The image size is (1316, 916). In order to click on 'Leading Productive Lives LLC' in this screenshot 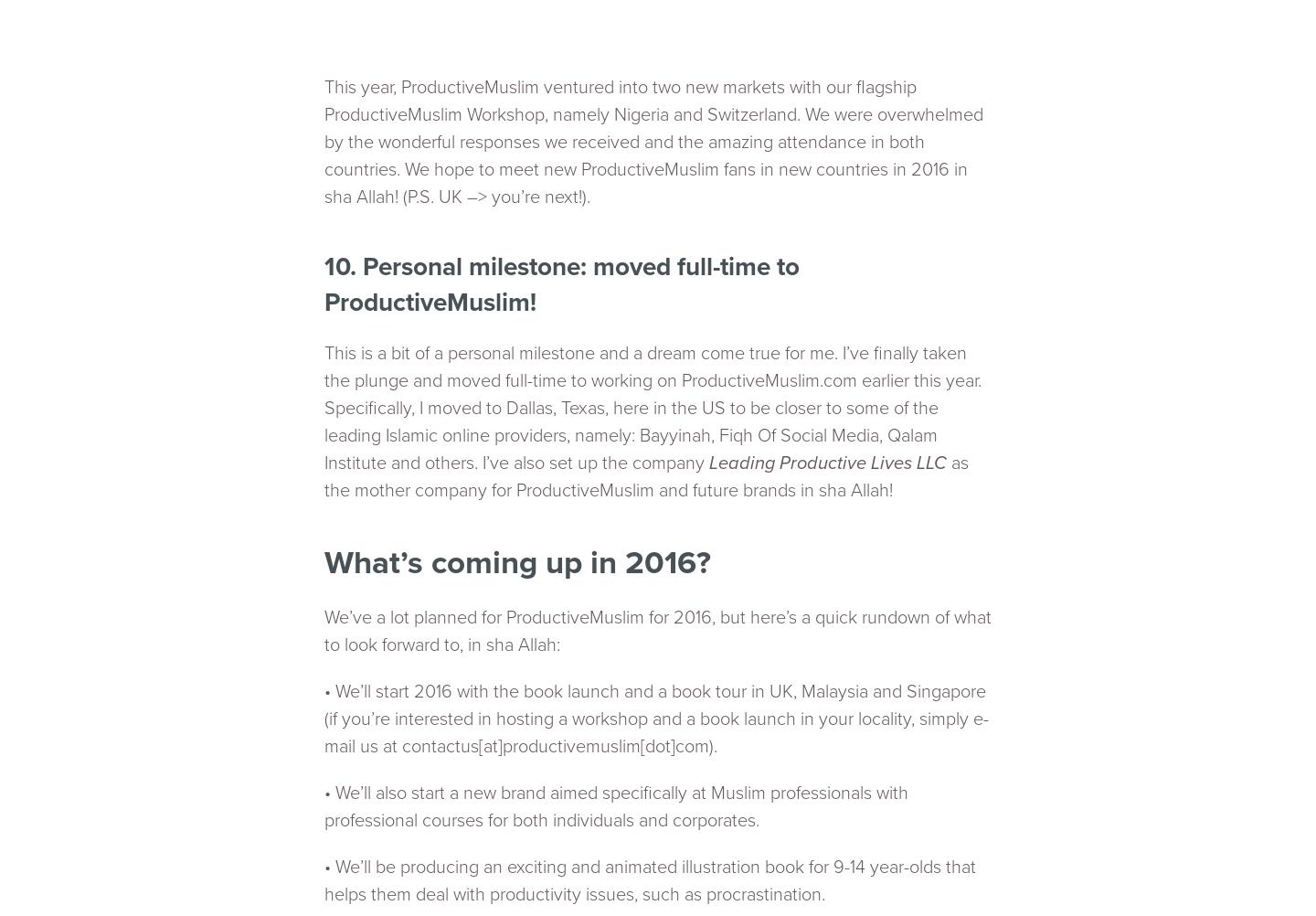, I will do `click(828, 463)`.